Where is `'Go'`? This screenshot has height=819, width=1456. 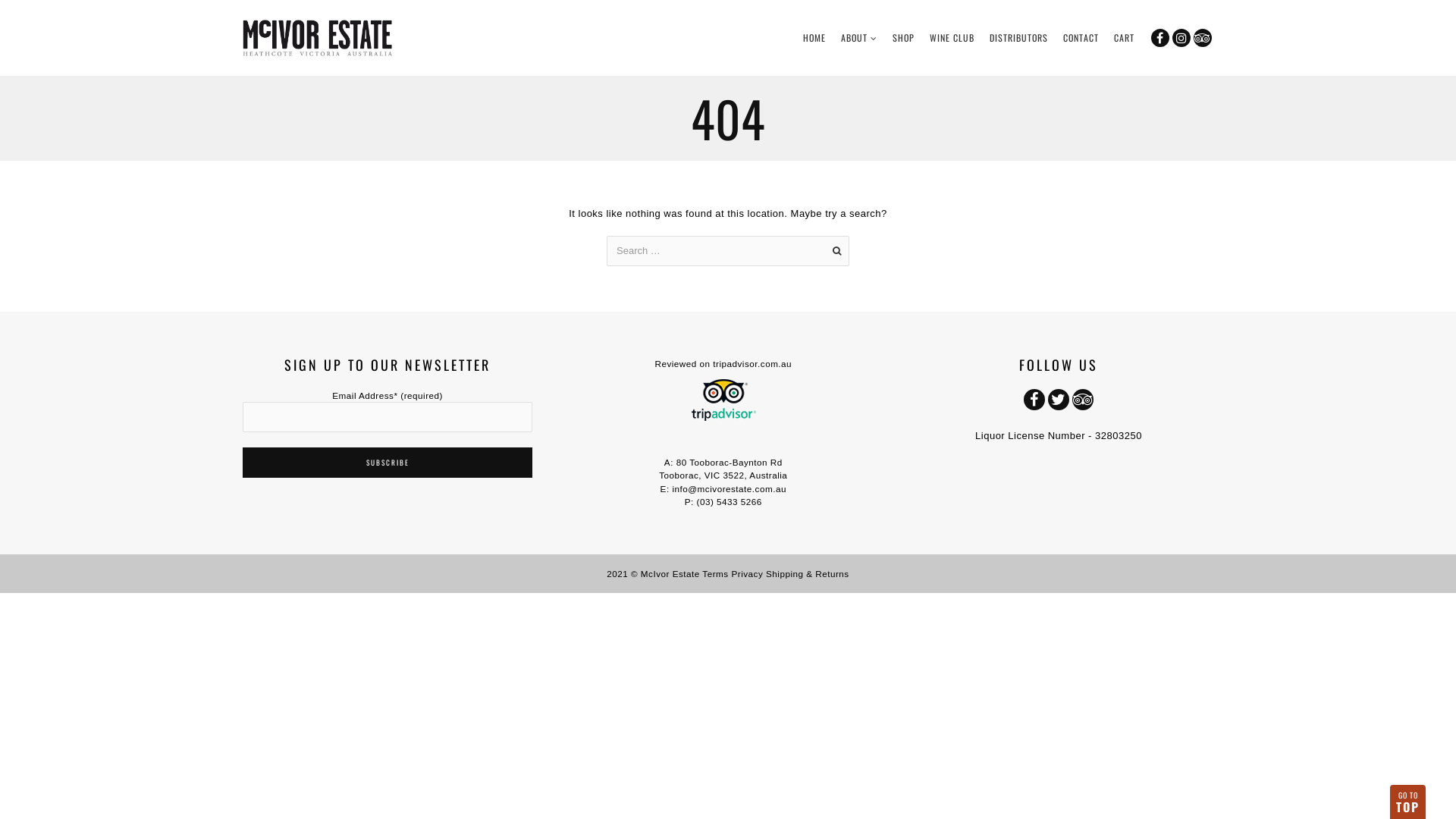 'Go' is located at coordinates (822, 250).